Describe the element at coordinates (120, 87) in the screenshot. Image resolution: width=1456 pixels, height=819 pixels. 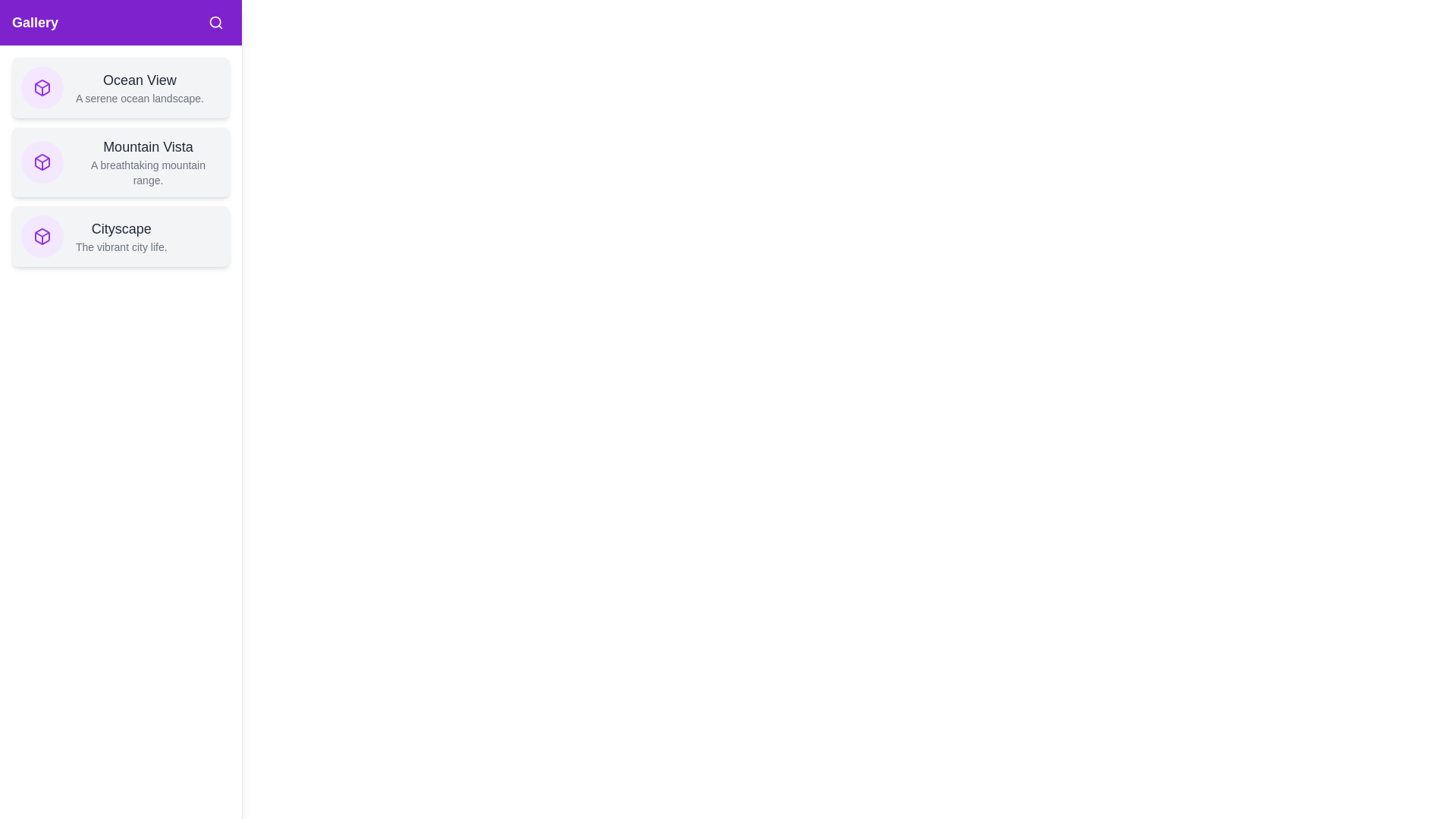
I see `the gallery item titled Ocean View` at that location.